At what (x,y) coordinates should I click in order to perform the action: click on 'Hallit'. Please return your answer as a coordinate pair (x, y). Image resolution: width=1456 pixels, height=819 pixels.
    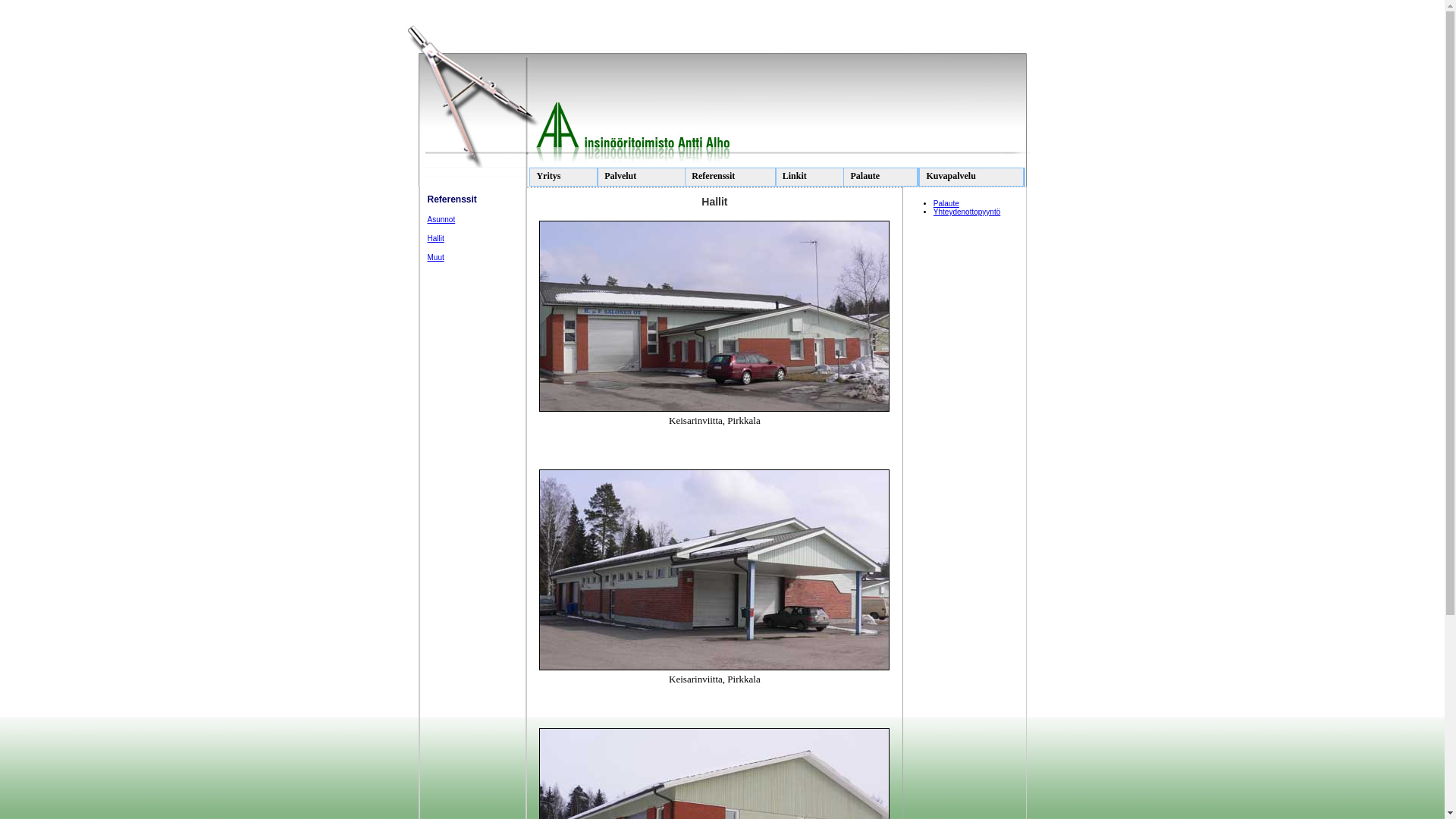
    Looking at the image, I should click on (435, 238).